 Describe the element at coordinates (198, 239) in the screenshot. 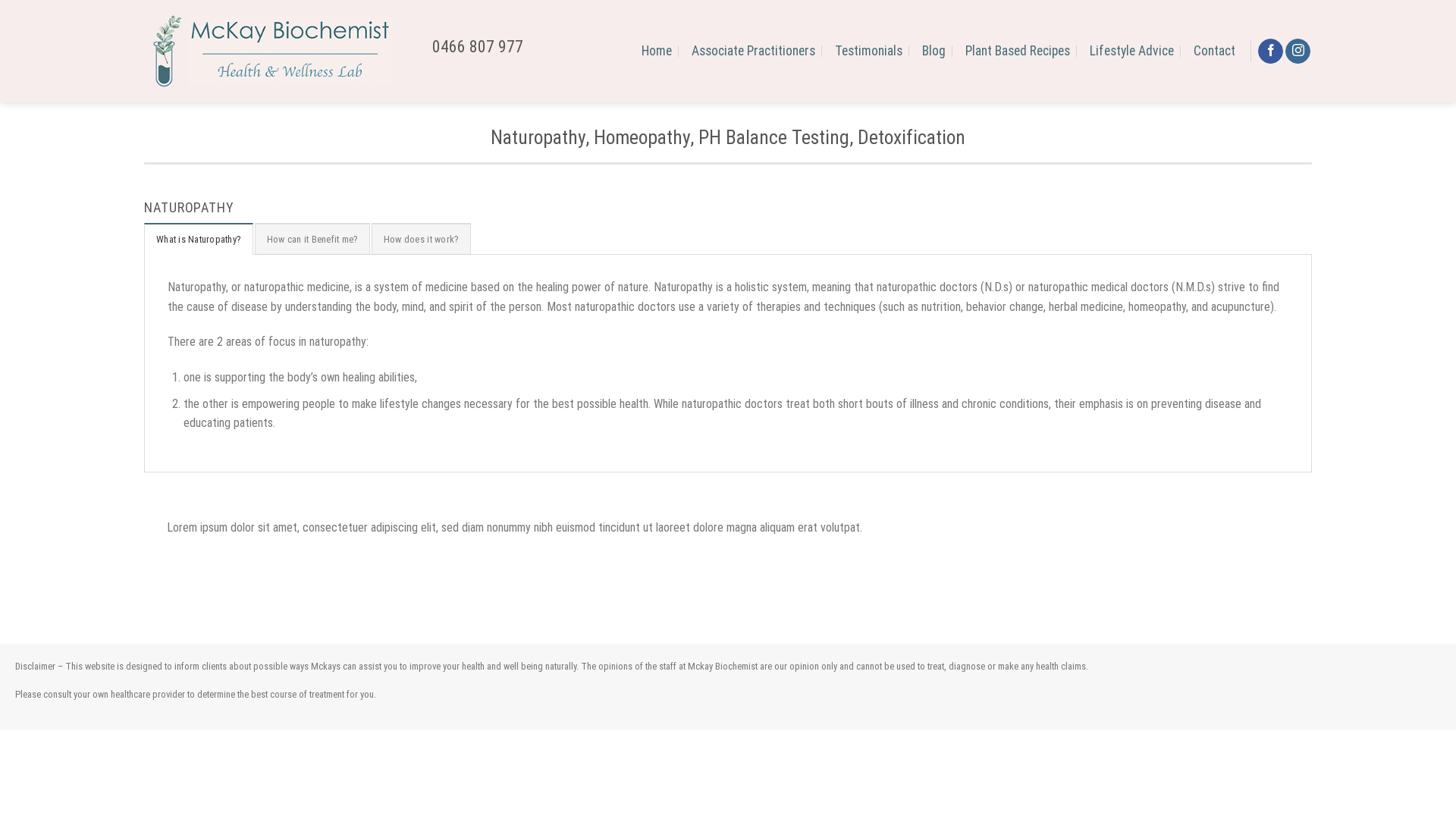

I see `'What is Naturopathy?'` at that location.